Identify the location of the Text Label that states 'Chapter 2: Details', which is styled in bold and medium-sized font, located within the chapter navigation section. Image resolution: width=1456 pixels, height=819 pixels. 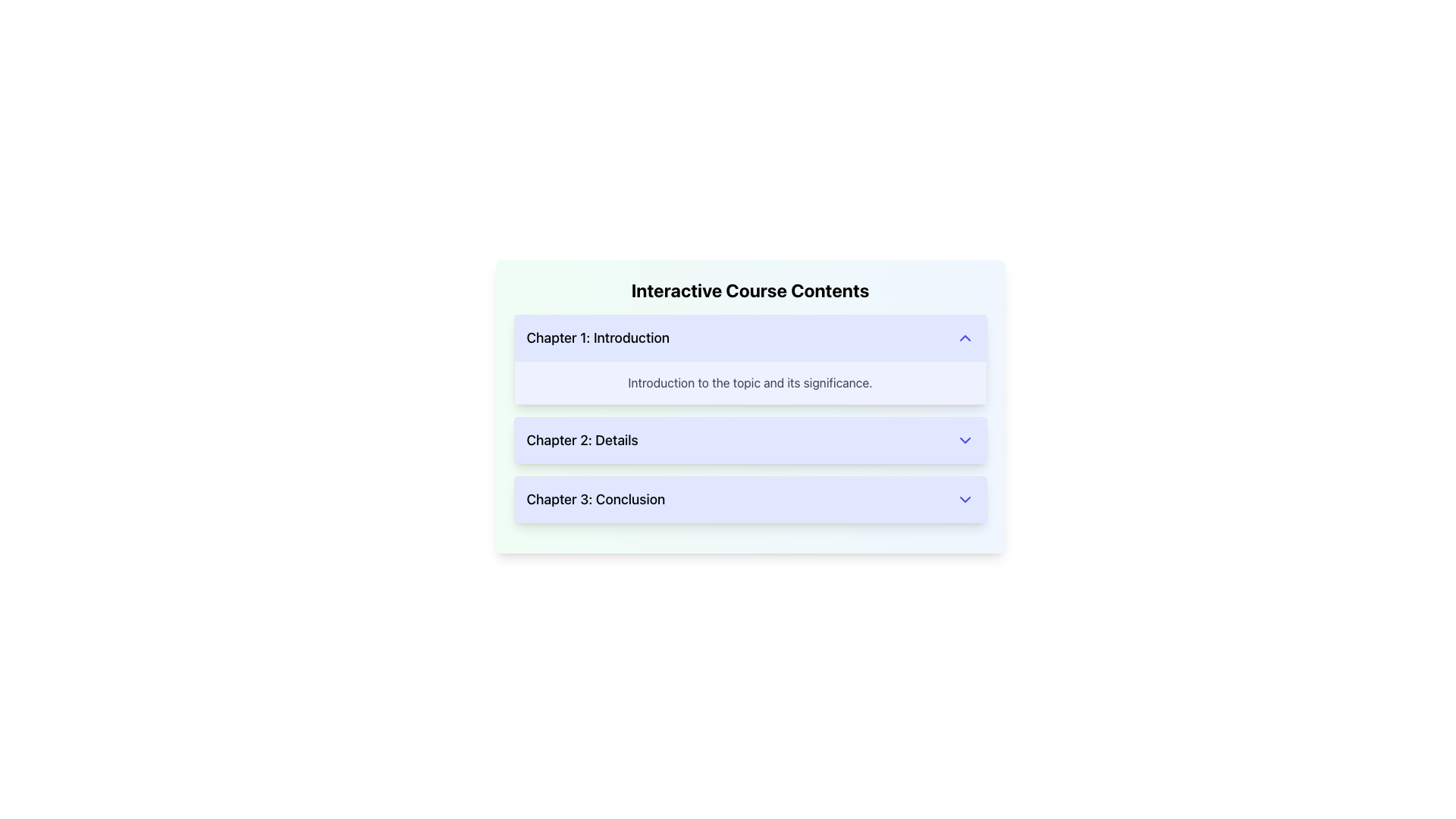
(582, 441).